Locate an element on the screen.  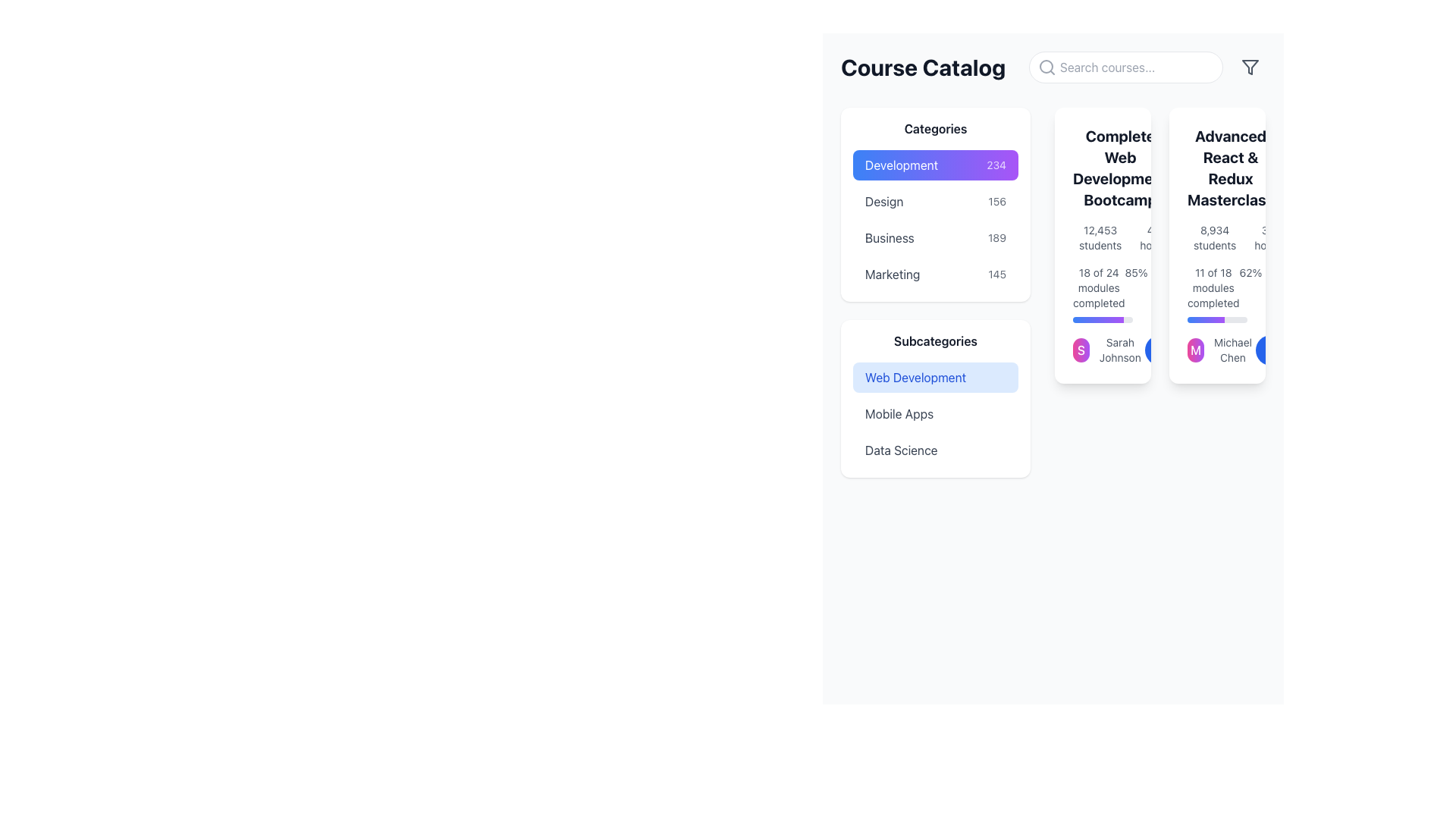
the state of the Circular SVG Element that serves as the central part of the search icon located at the top-right corner of the interface is located at coordinates (1046, 66).